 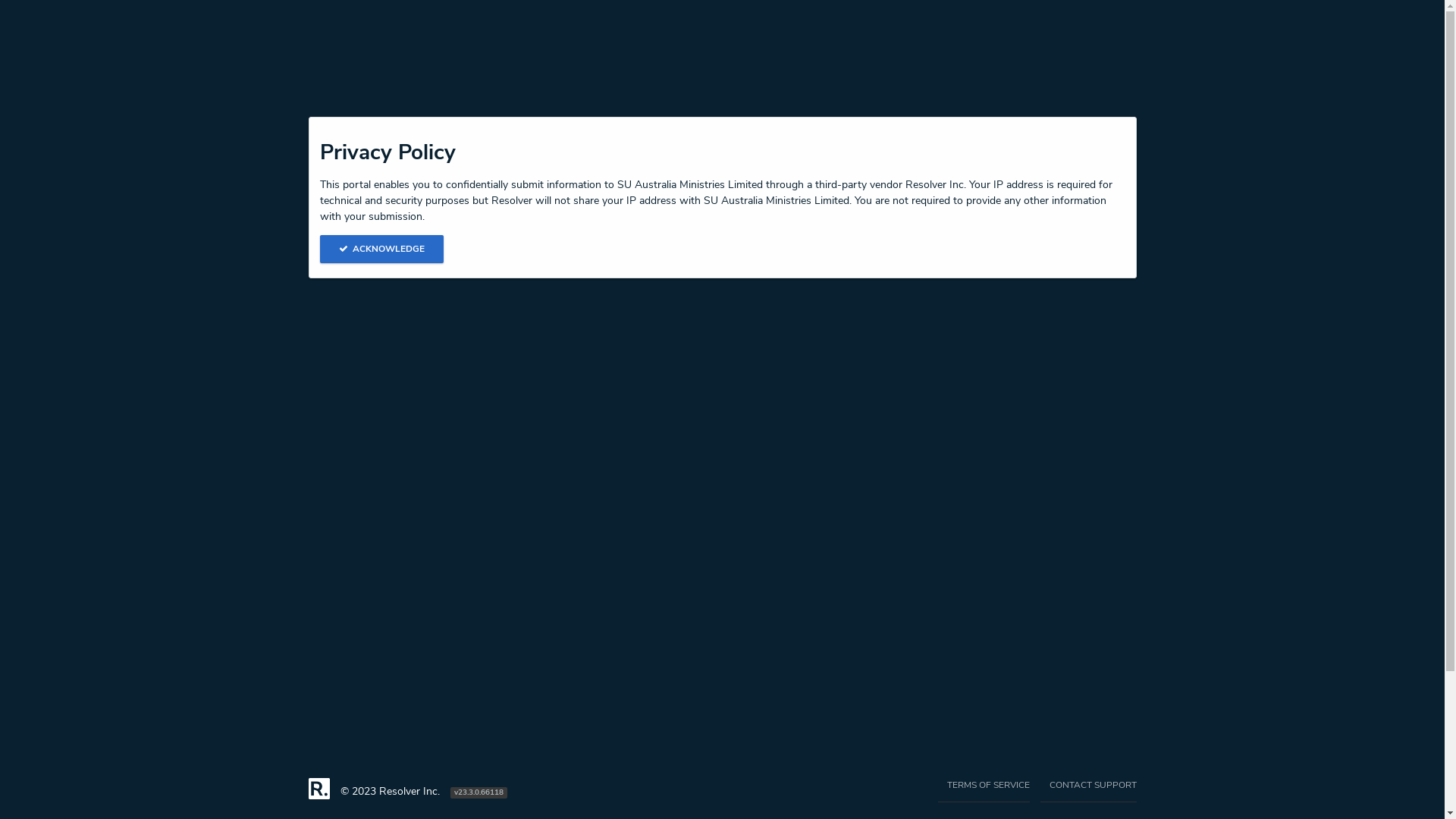 What do you see at coordinates (983, 789) in the screenshot?
I see `'TERMS OF SERVICE'` at bounding box center [983, 789].